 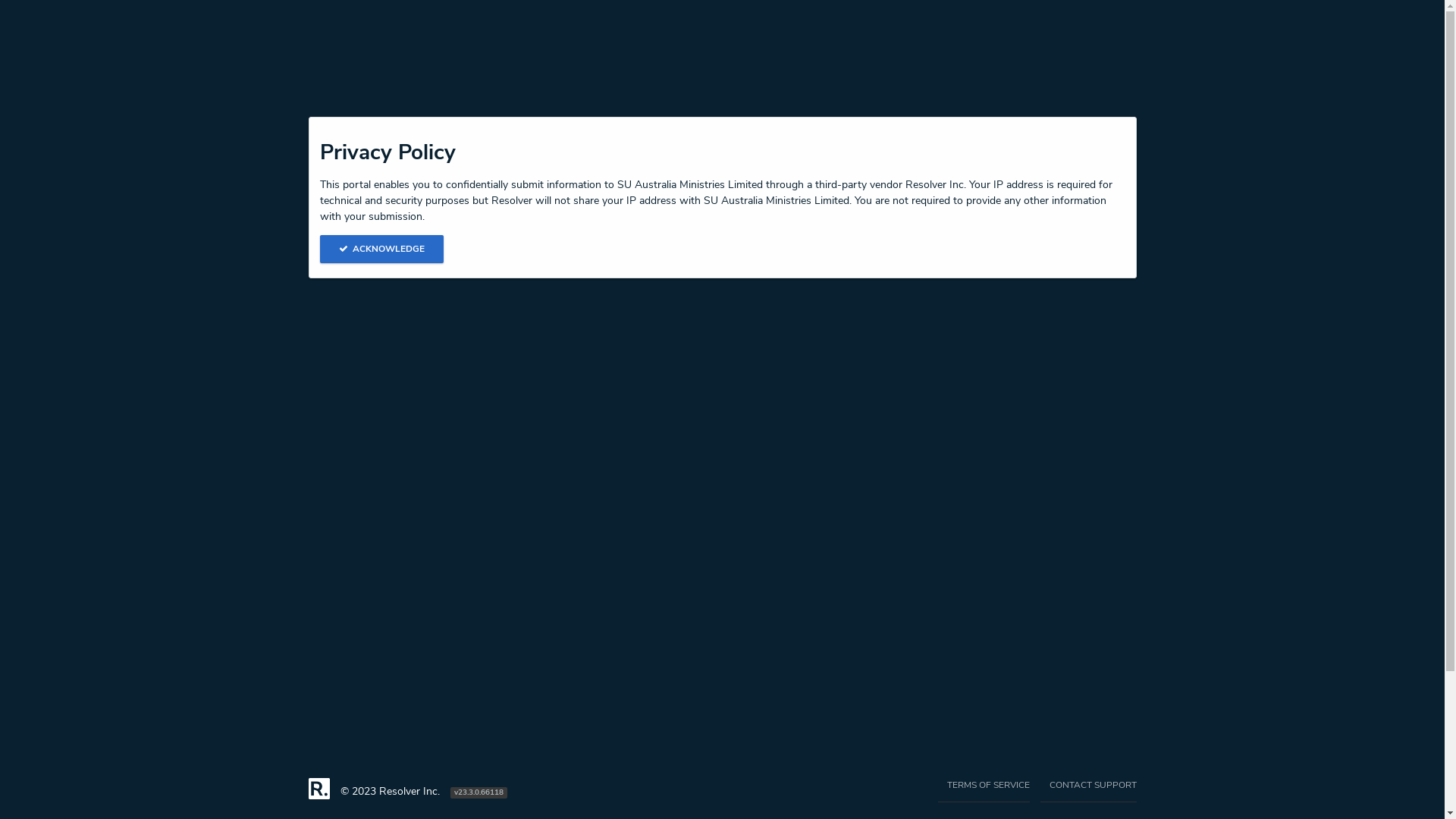 What do you see at coordinates (983, 789) in the screenshot?
I see `'TERMS OF SERVICE'` at bounding box center [983, 789].